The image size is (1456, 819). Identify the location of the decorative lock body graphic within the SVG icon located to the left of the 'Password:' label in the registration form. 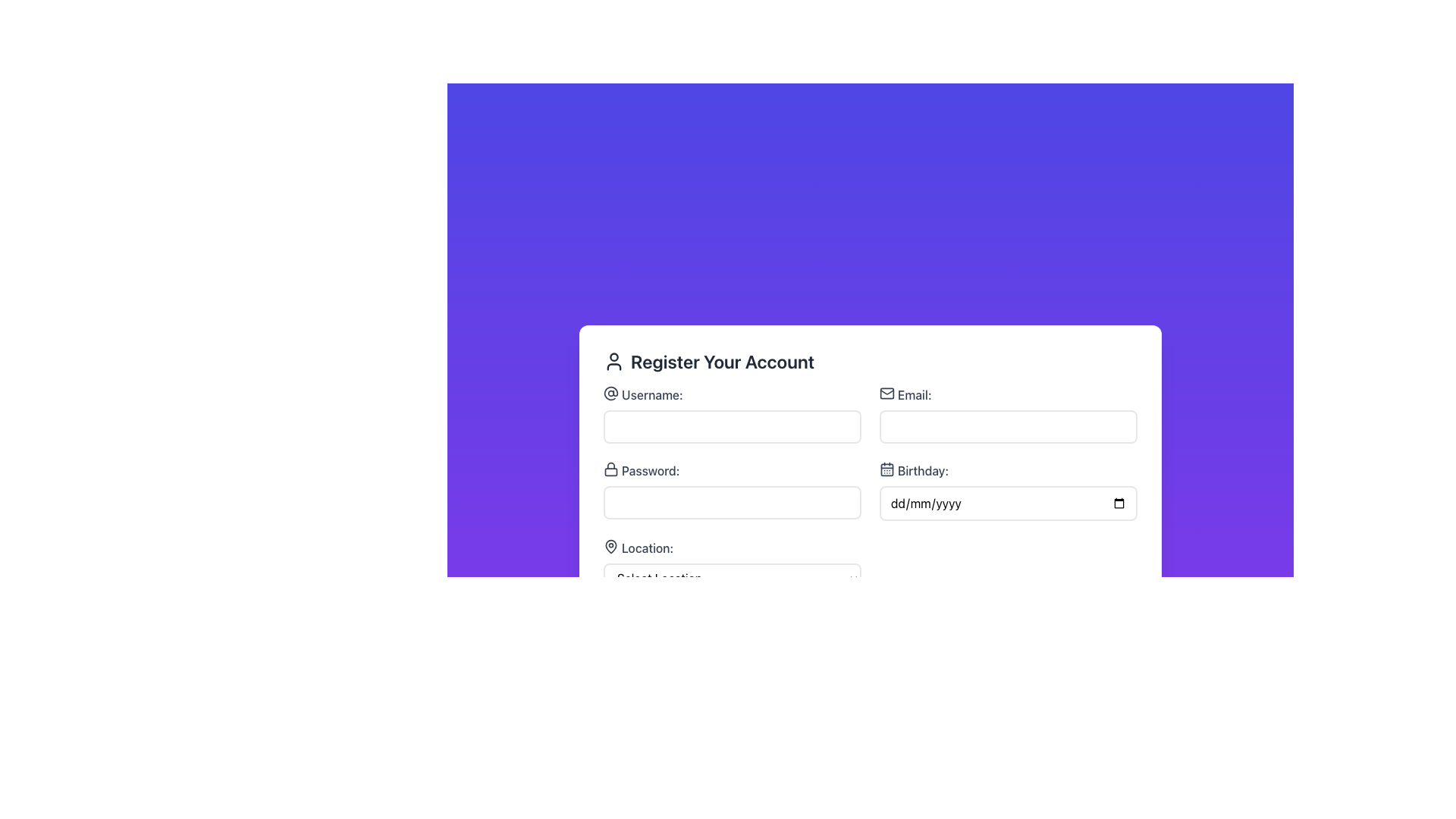
(611, 470).